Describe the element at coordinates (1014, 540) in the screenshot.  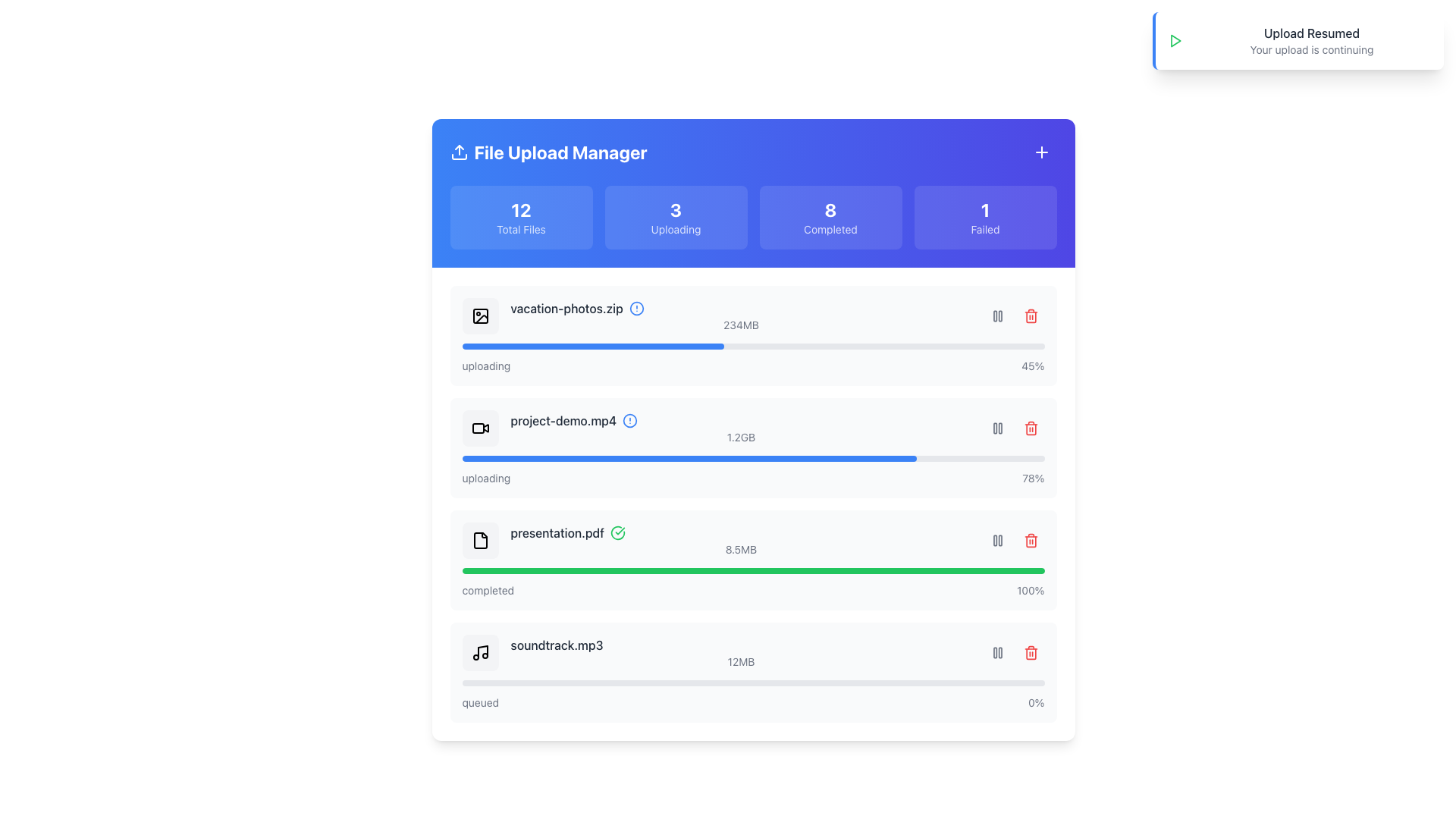
I see `the pause button on the control panel for the file 'presentation.pdf' to temporarily halt actions related to the file` at that location.